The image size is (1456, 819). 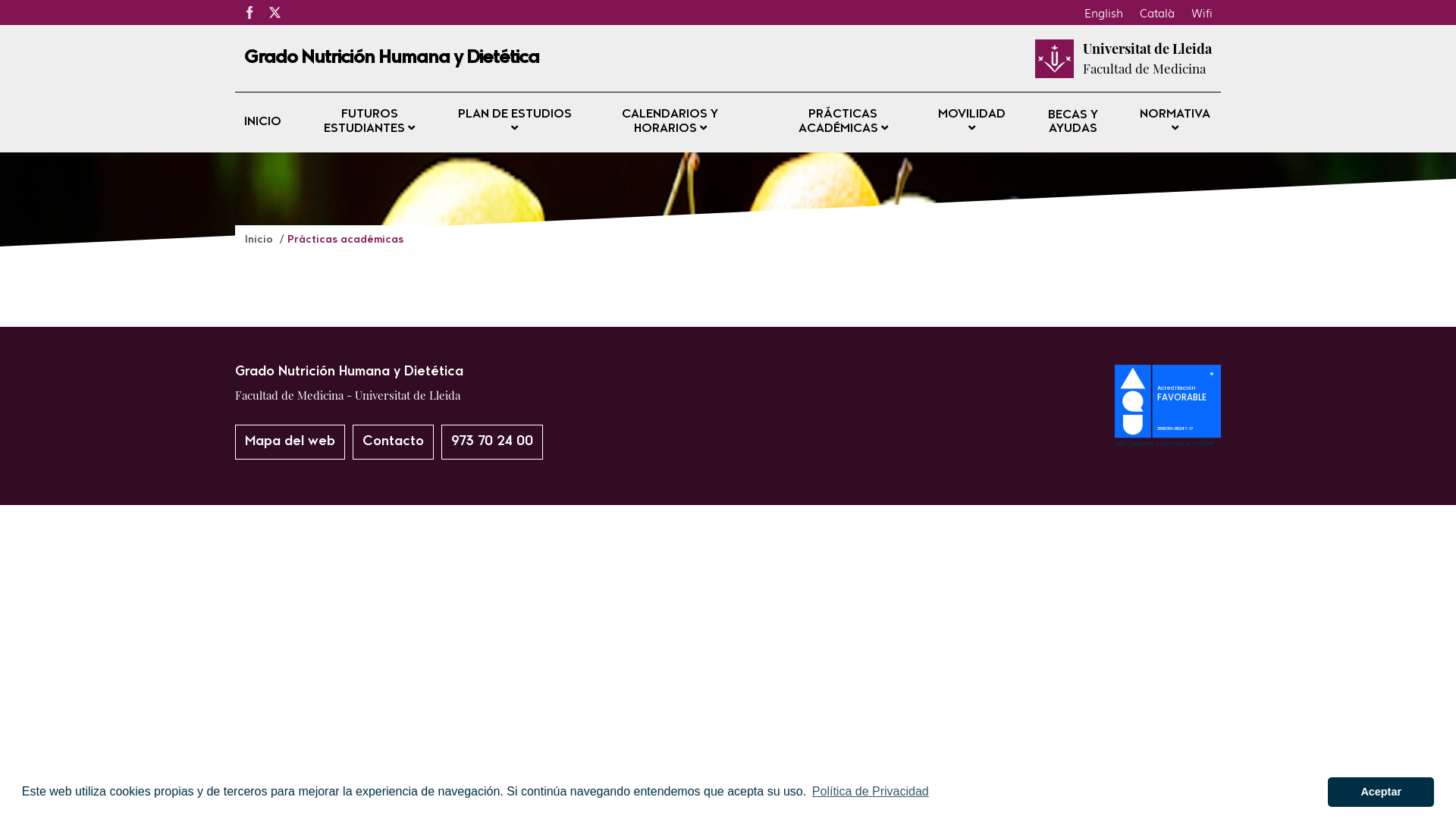 I want to click on 'Contacto', so click(x=393, y=441).